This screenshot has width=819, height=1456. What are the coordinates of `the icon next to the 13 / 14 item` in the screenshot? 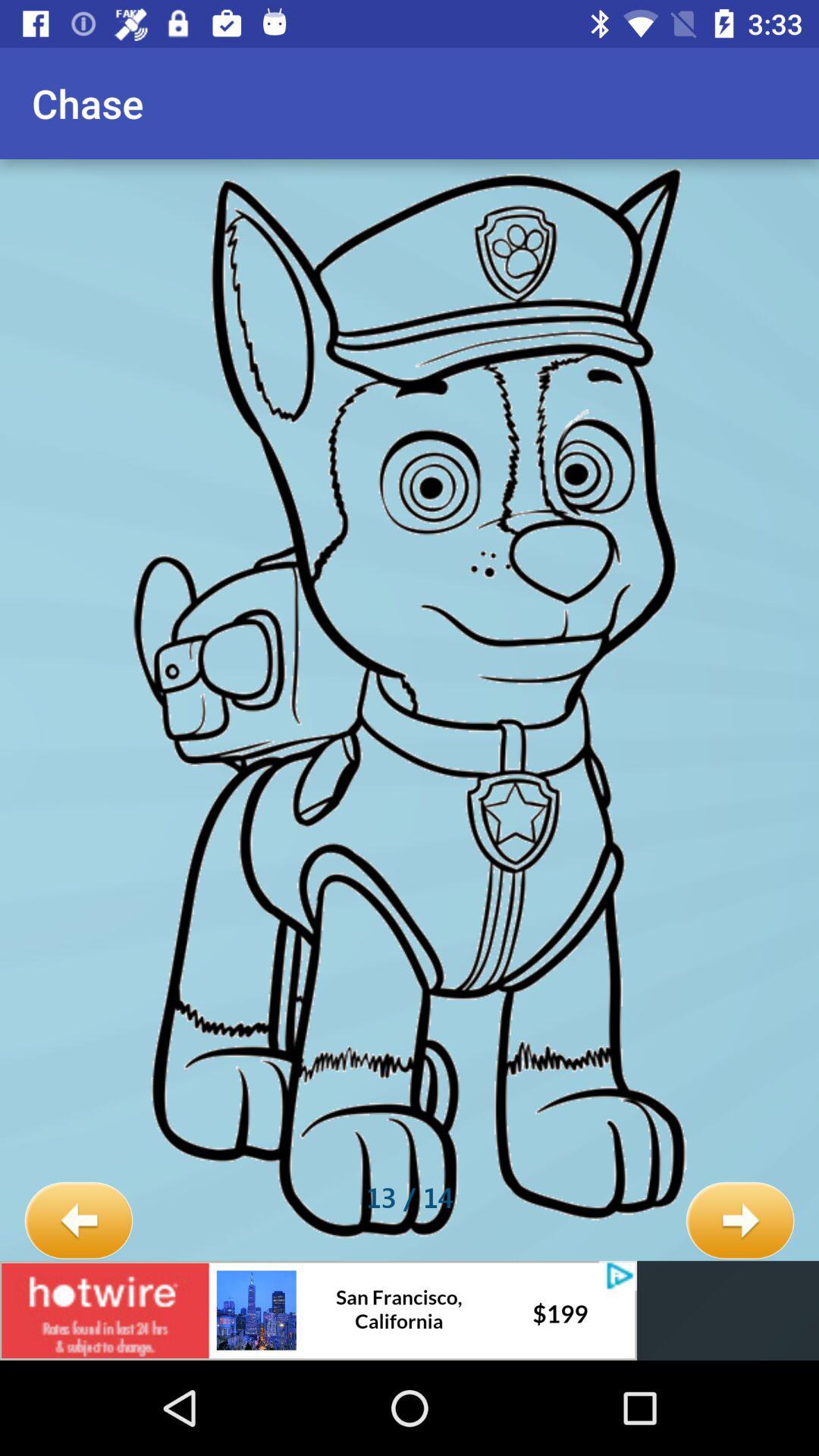 It's located at (78, 1221).